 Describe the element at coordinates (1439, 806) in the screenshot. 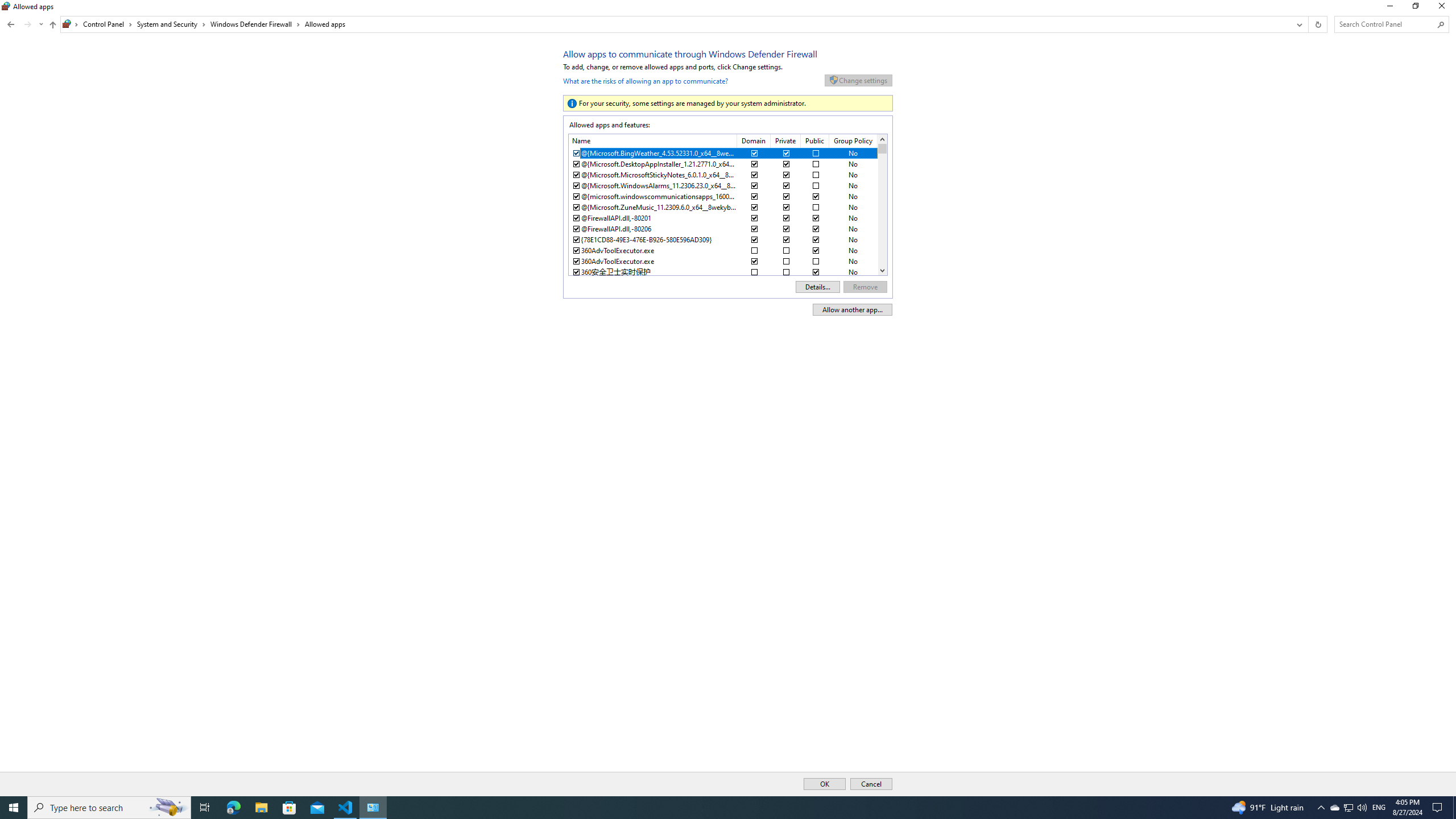

I see `'Action Center, No new notifications'` at that location.